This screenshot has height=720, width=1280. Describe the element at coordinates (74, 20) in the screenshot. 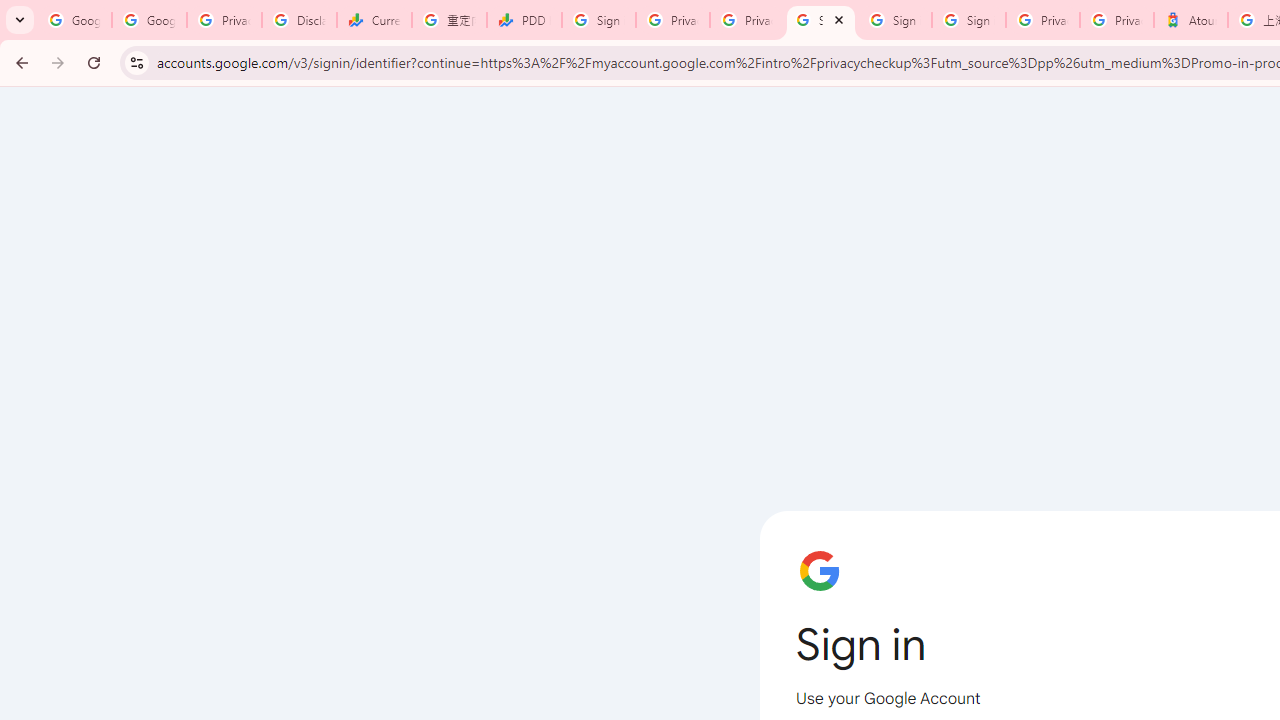

I see `'Google Workspace Admin Community'` at that location.